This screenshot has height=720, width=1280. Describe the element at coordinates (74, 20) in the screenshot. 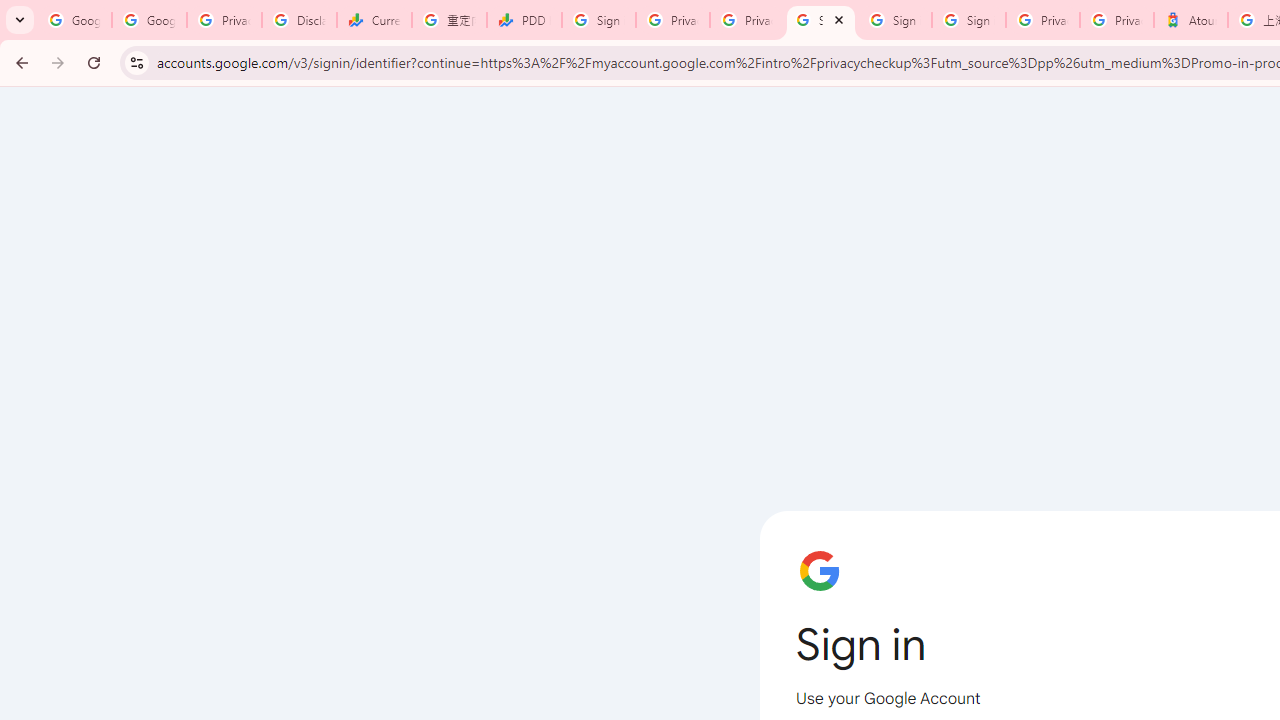

I see `'Google Workspace Admin Community'` at that location.